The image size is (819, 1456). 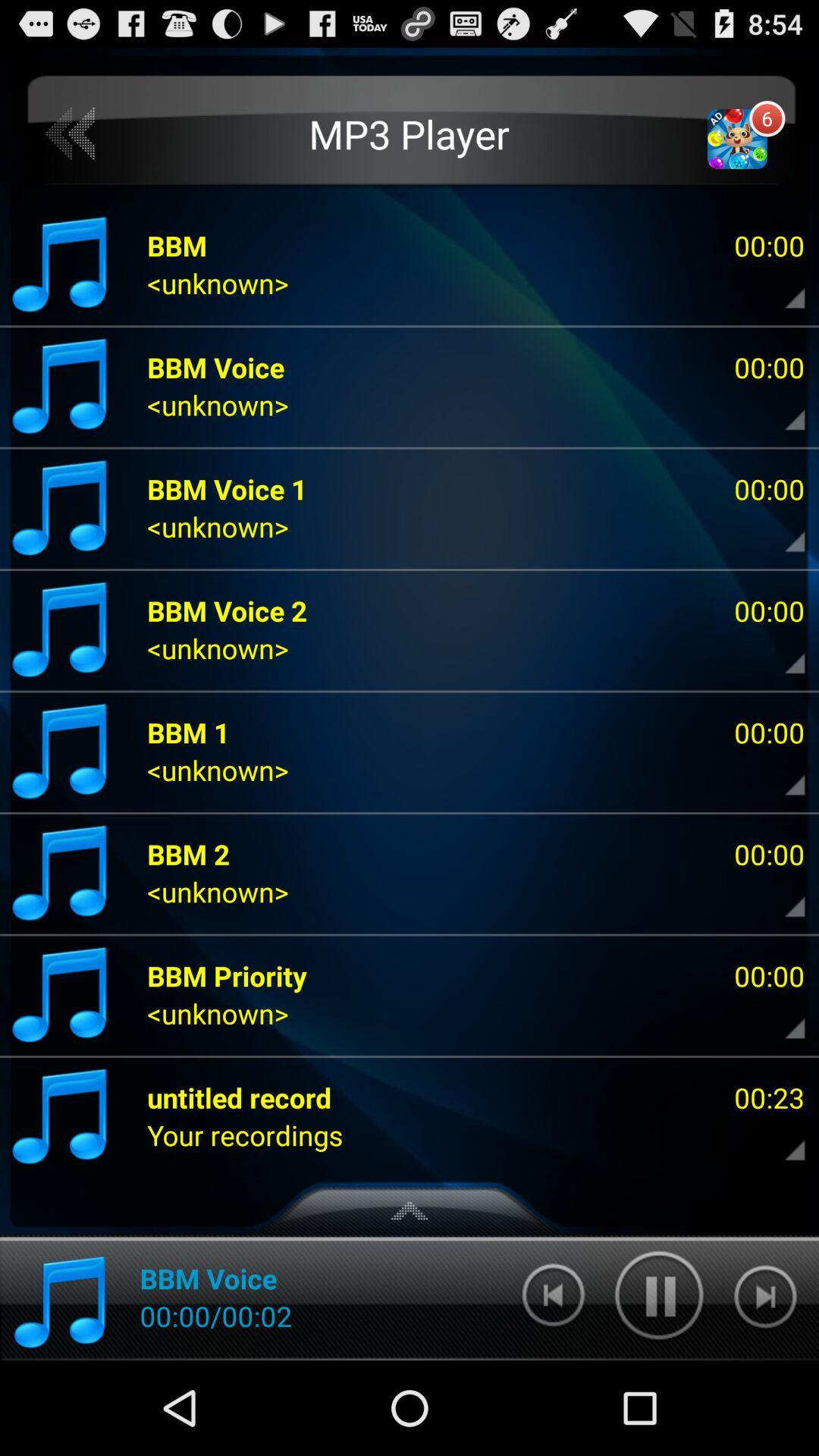 What do you see at coordinates (239, 1097) in the screenshot?
I see `the app to the left of 00:23` at bounding box center [239, 1097].